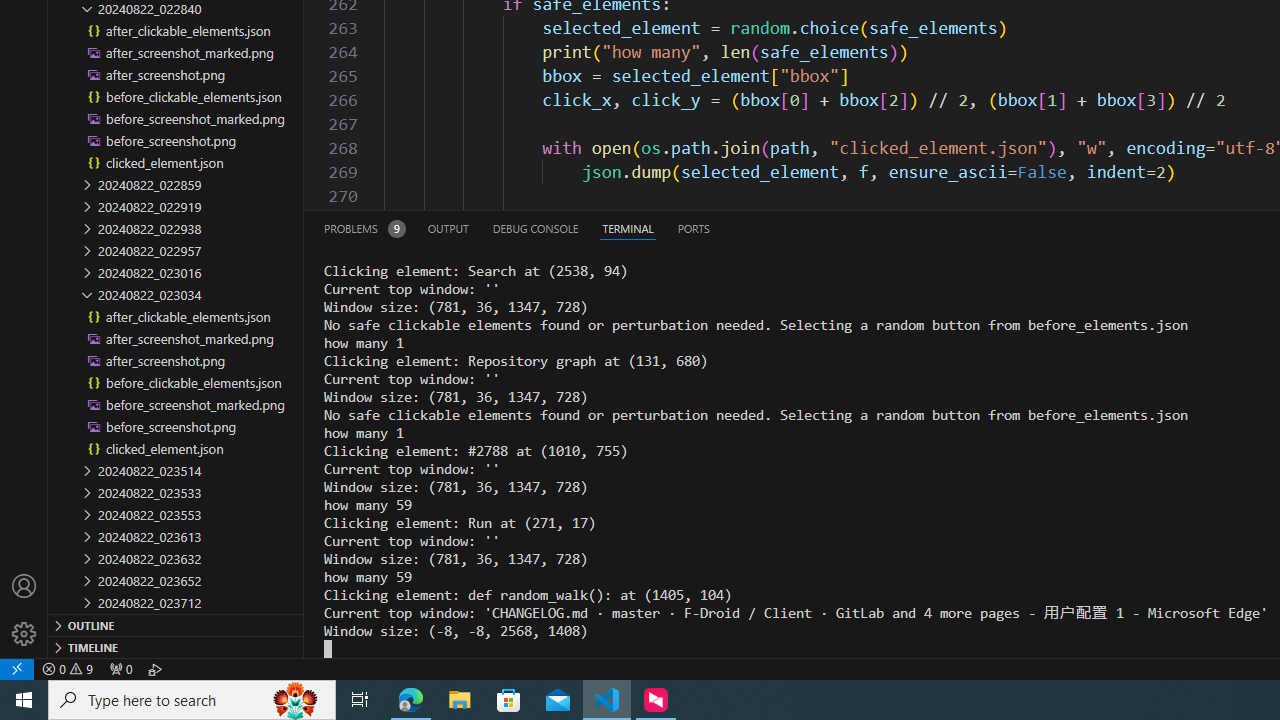 Image resolution: width=1280 pixels, height=720 pixels. Describe the element at coordinates (176, 623) in the screenshot. I see `'Outline Section'` at that location.